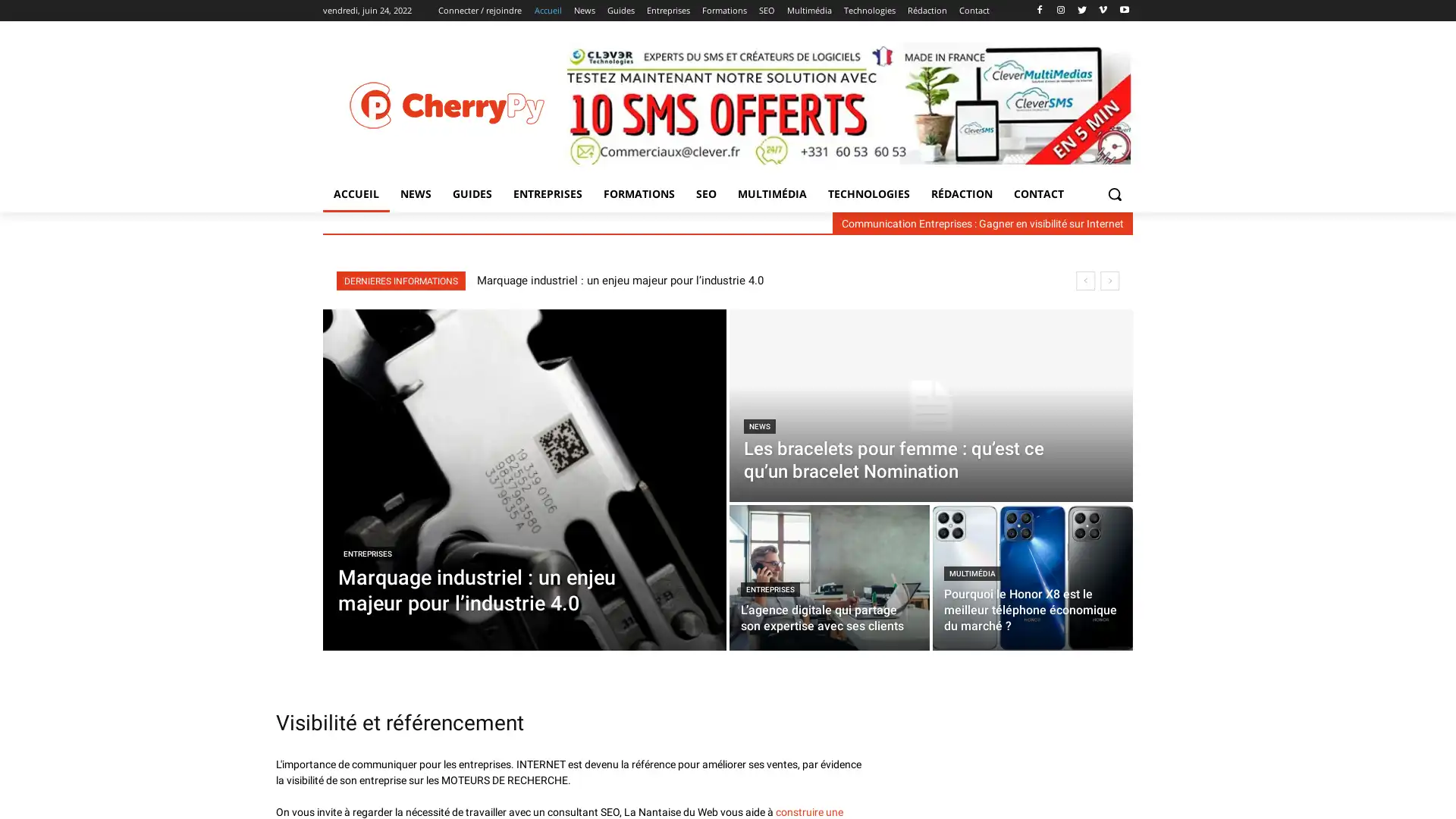  Describe the element at coordinates (1114, 193) in the screenshot. I see `Search` at that location.